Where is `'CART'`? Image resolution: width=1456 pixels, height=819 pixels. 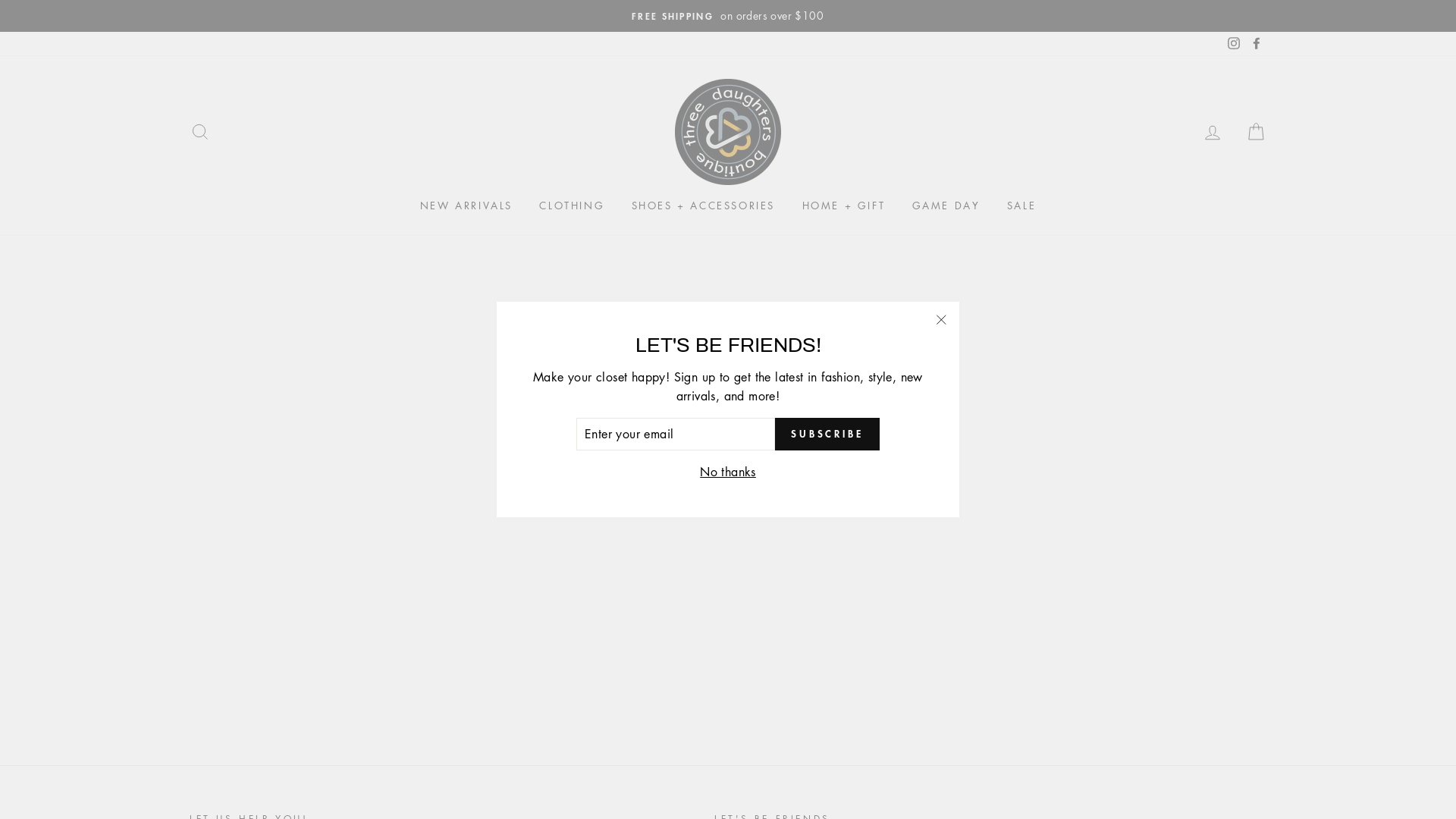 'CART' is located at coordinates (1256, 130).